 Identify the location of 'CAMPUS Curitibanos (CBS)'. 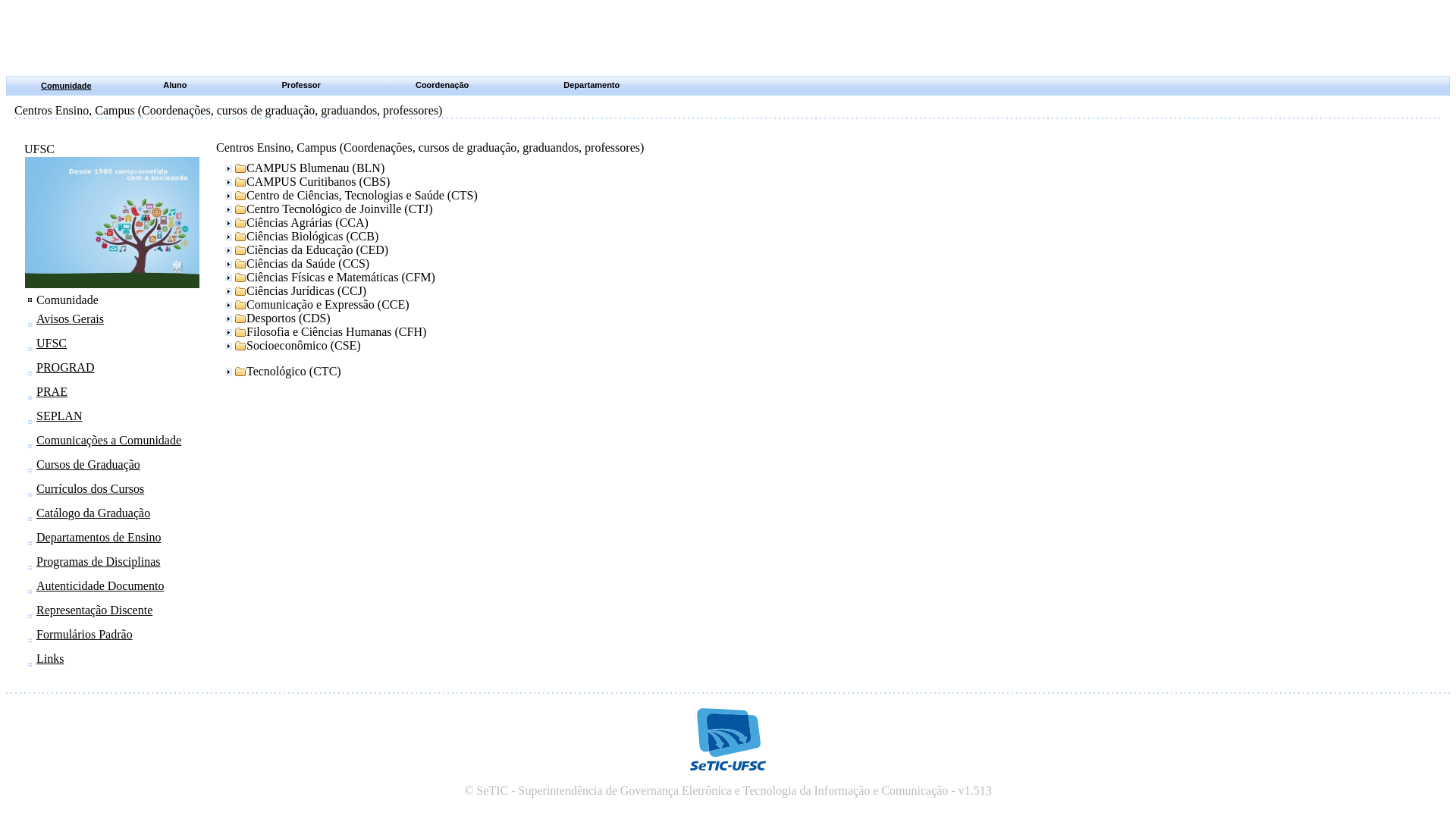
(221, 180).